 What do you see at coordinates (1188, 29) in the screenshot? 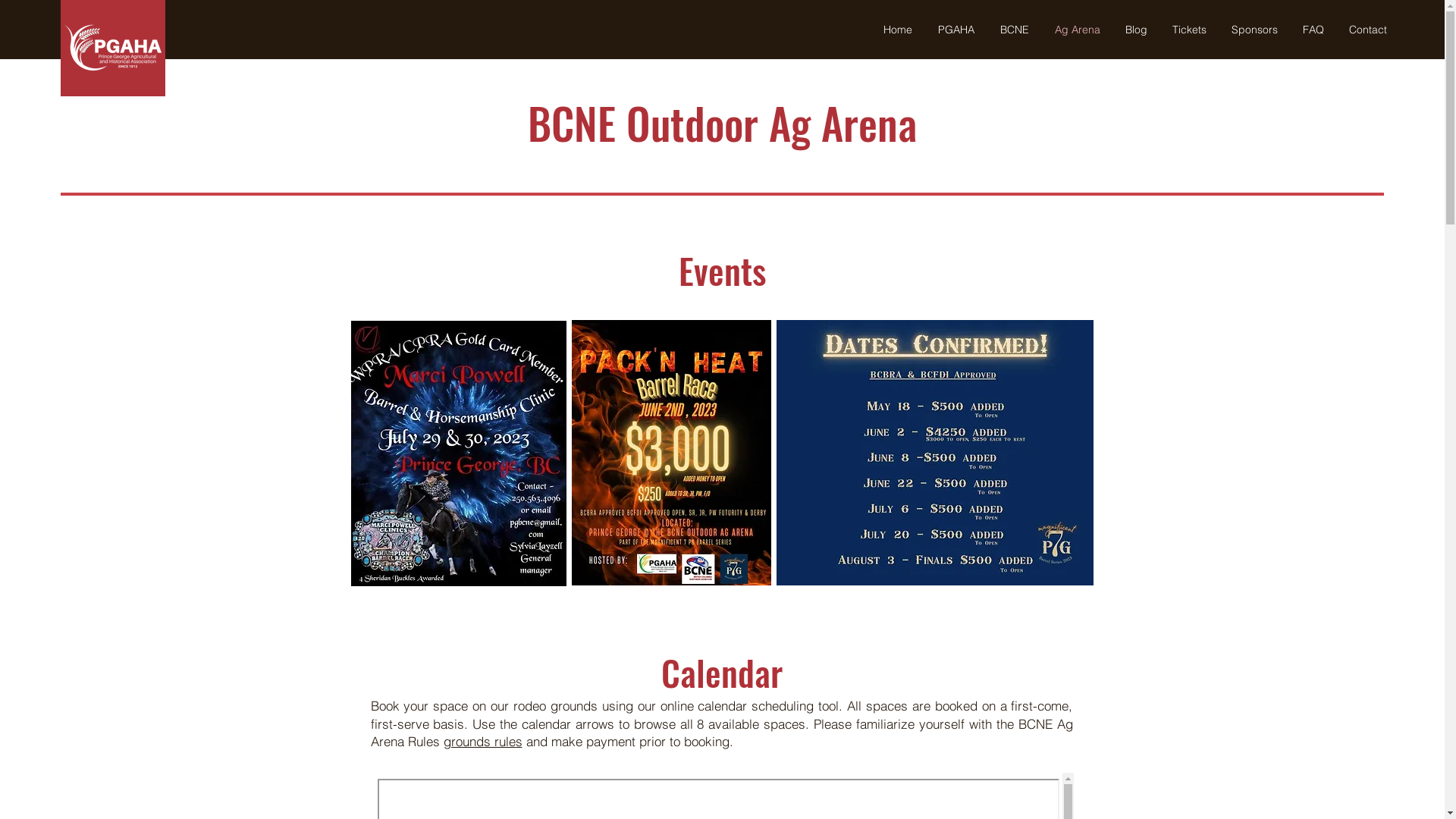
I see `'Tickets'` at bounding box center [1188, 29].